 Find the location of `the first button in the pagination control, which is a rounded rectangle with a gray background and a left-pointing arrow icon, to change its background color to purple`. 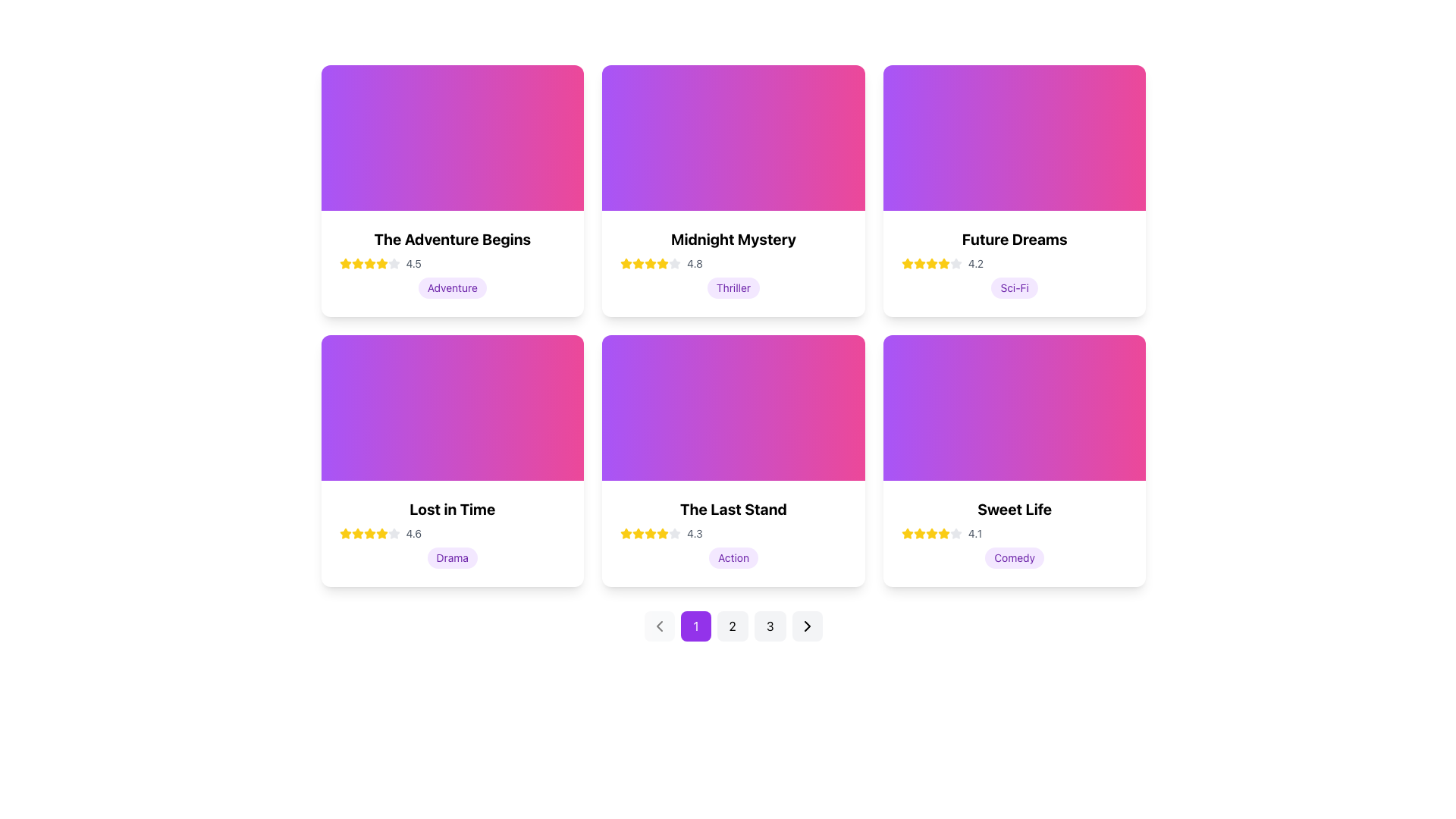

the first button in the pagination control, which is a rounded rectangle with a gray background and a left-pointing arrow icon, to change its background color to purple is located at coordinates (660, 626).